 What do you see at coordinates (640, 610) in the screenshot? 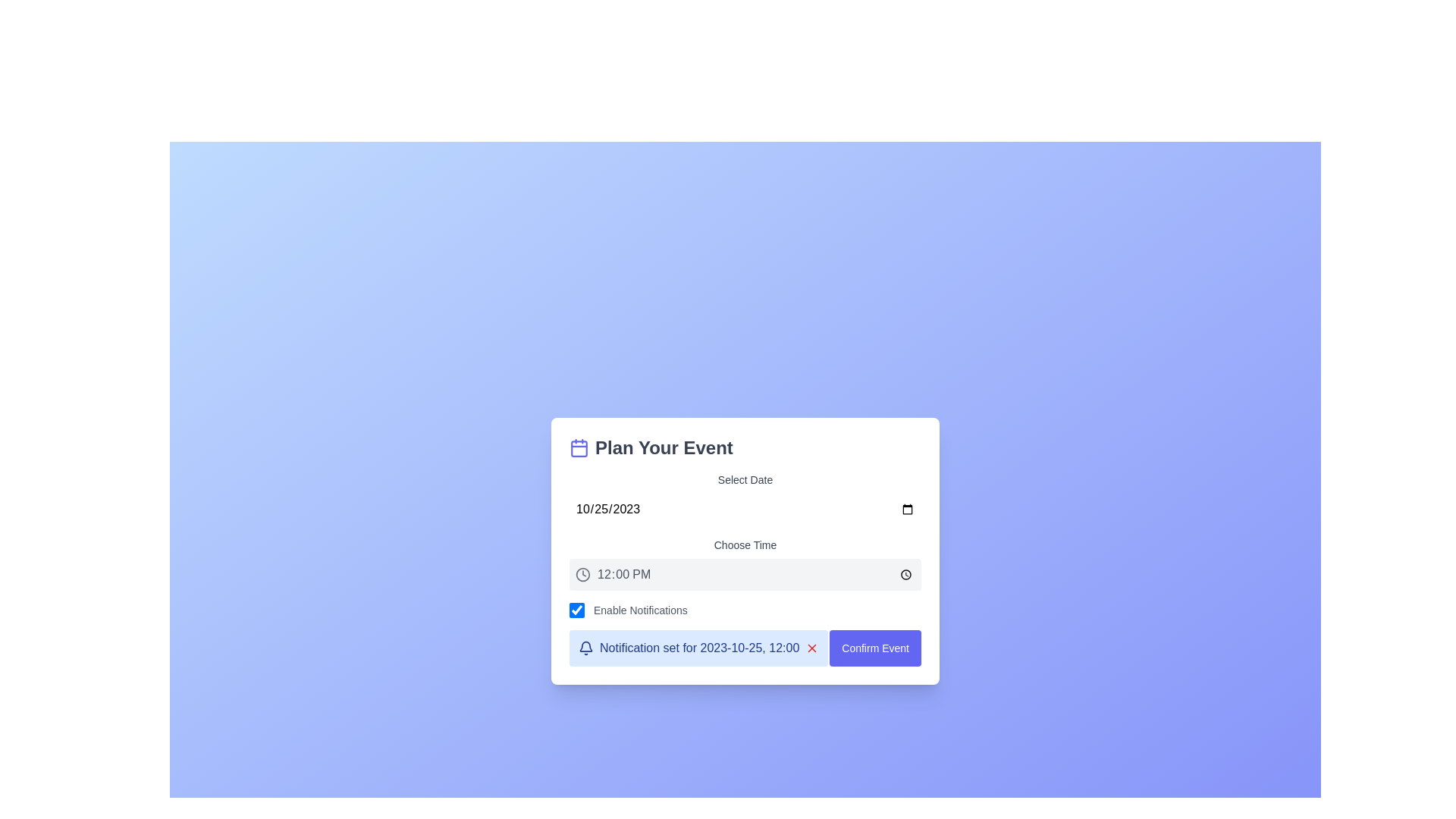
I see `the text label displaying 'Enable Notifications' which is aligned with a checkbox on the event planning form` at bounding box center [640, 610].